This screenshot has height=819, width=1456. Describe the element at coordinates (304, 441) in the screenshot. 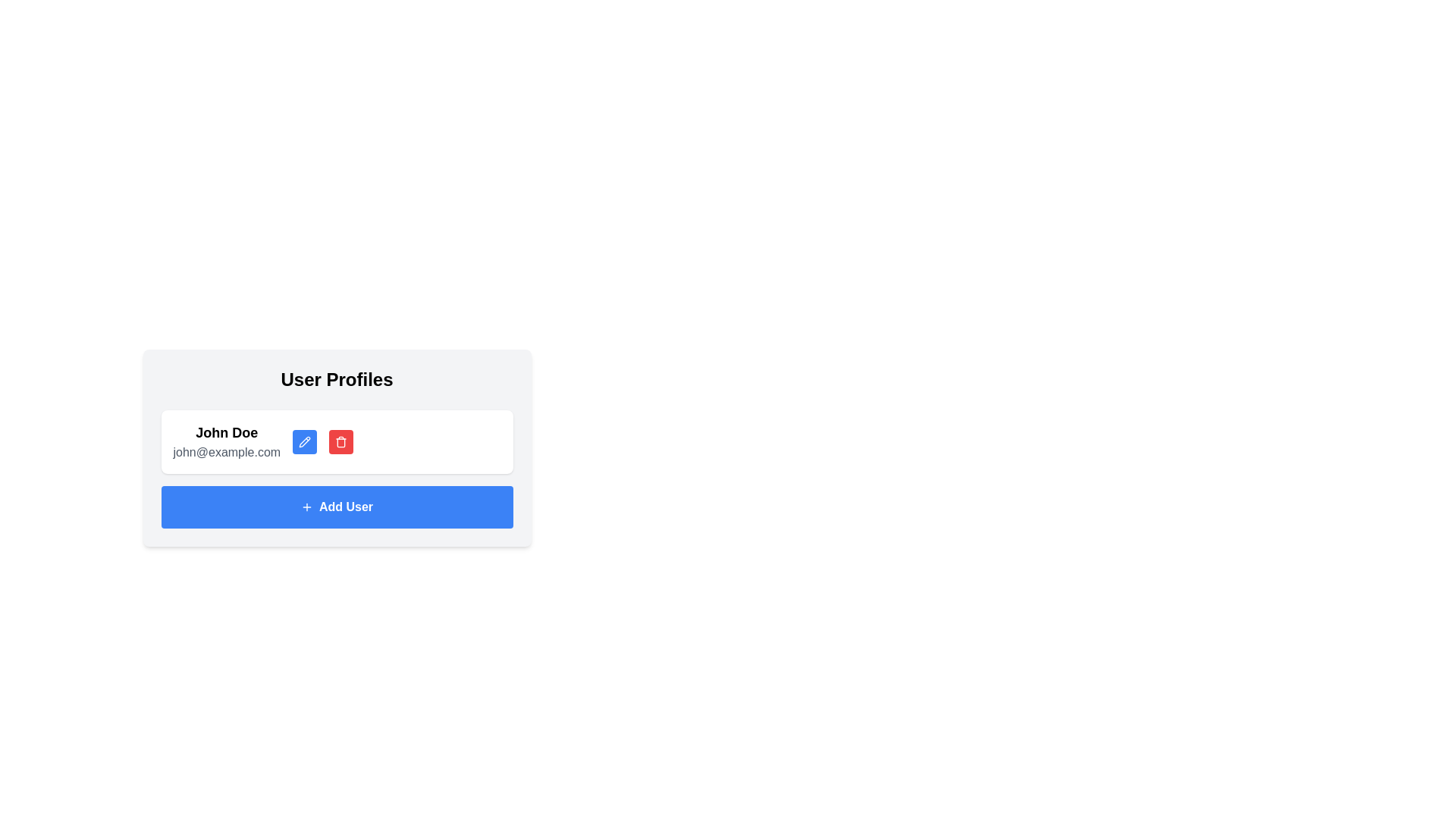

I see `the edit button located to the immediate right of 'John Doe'` at that location.